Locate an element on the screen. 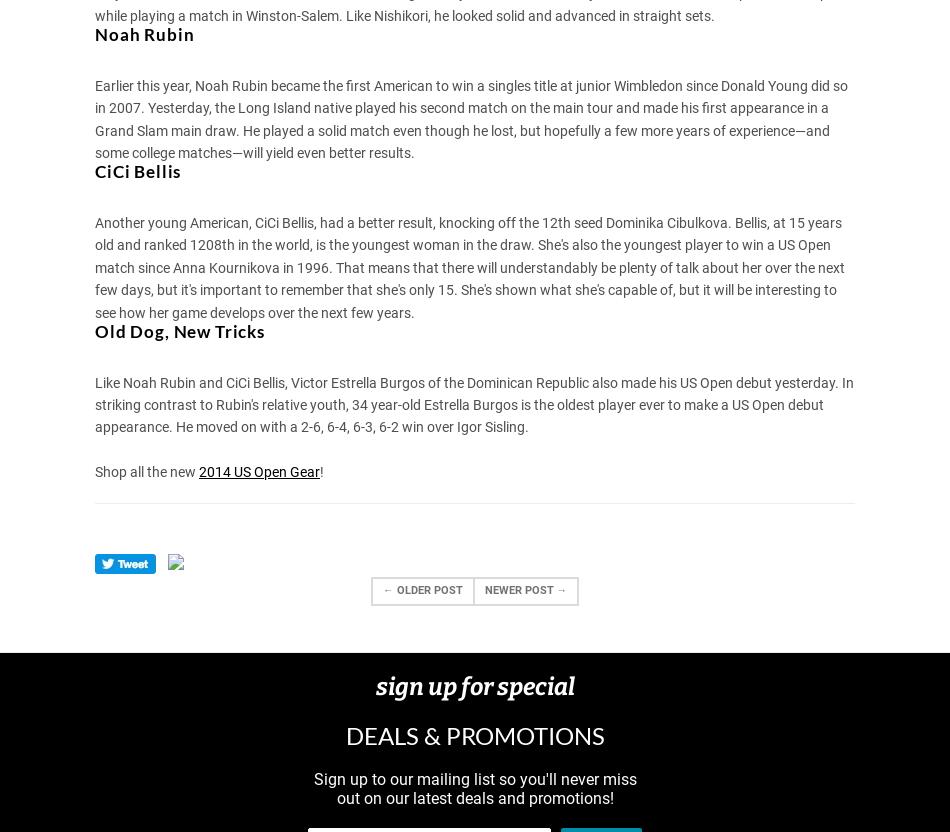  '!' is located at coordinates (320, 470).